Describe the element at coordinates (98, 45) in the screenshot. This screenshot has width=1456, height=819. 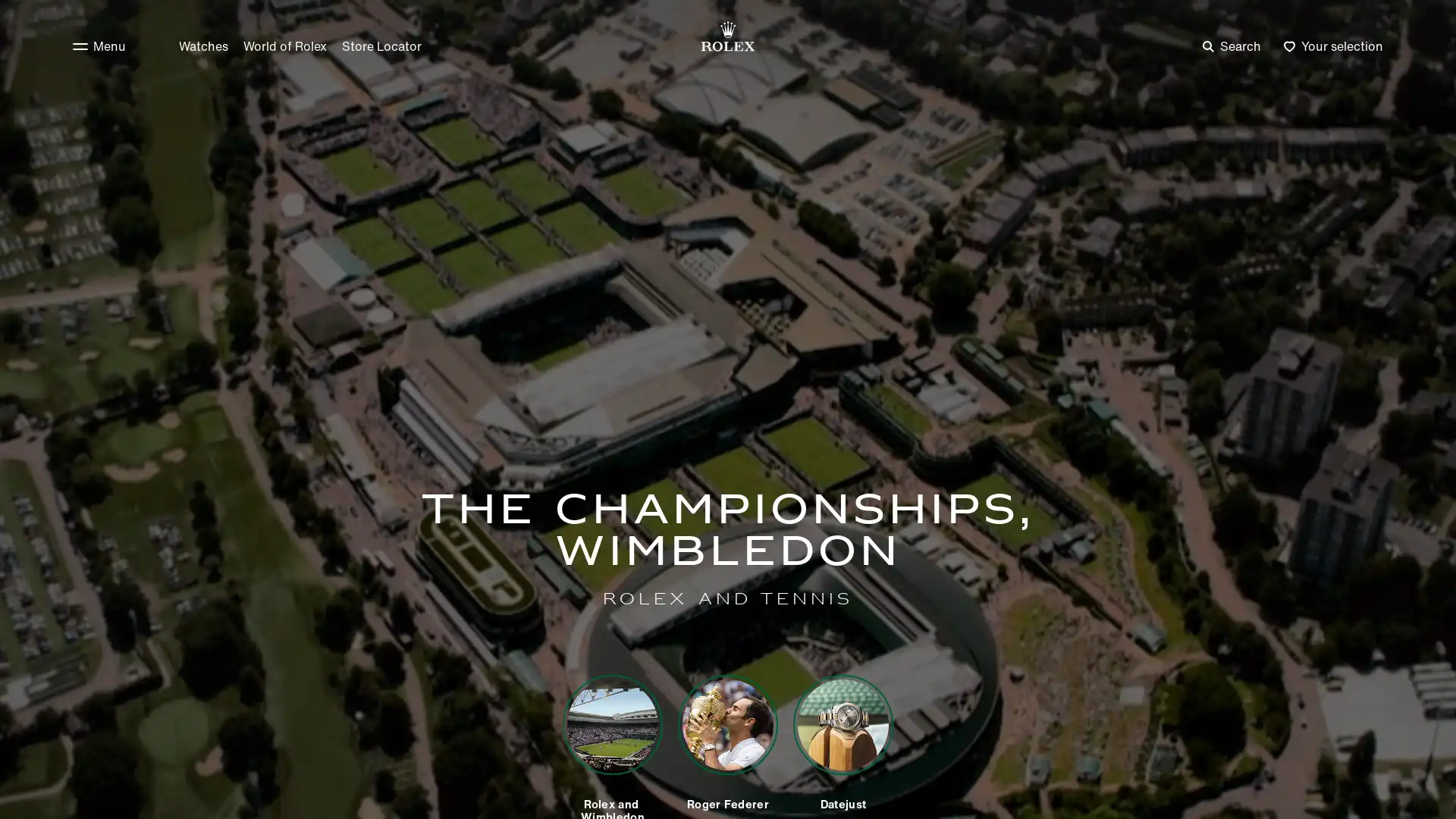
I see `Menu` at that location.